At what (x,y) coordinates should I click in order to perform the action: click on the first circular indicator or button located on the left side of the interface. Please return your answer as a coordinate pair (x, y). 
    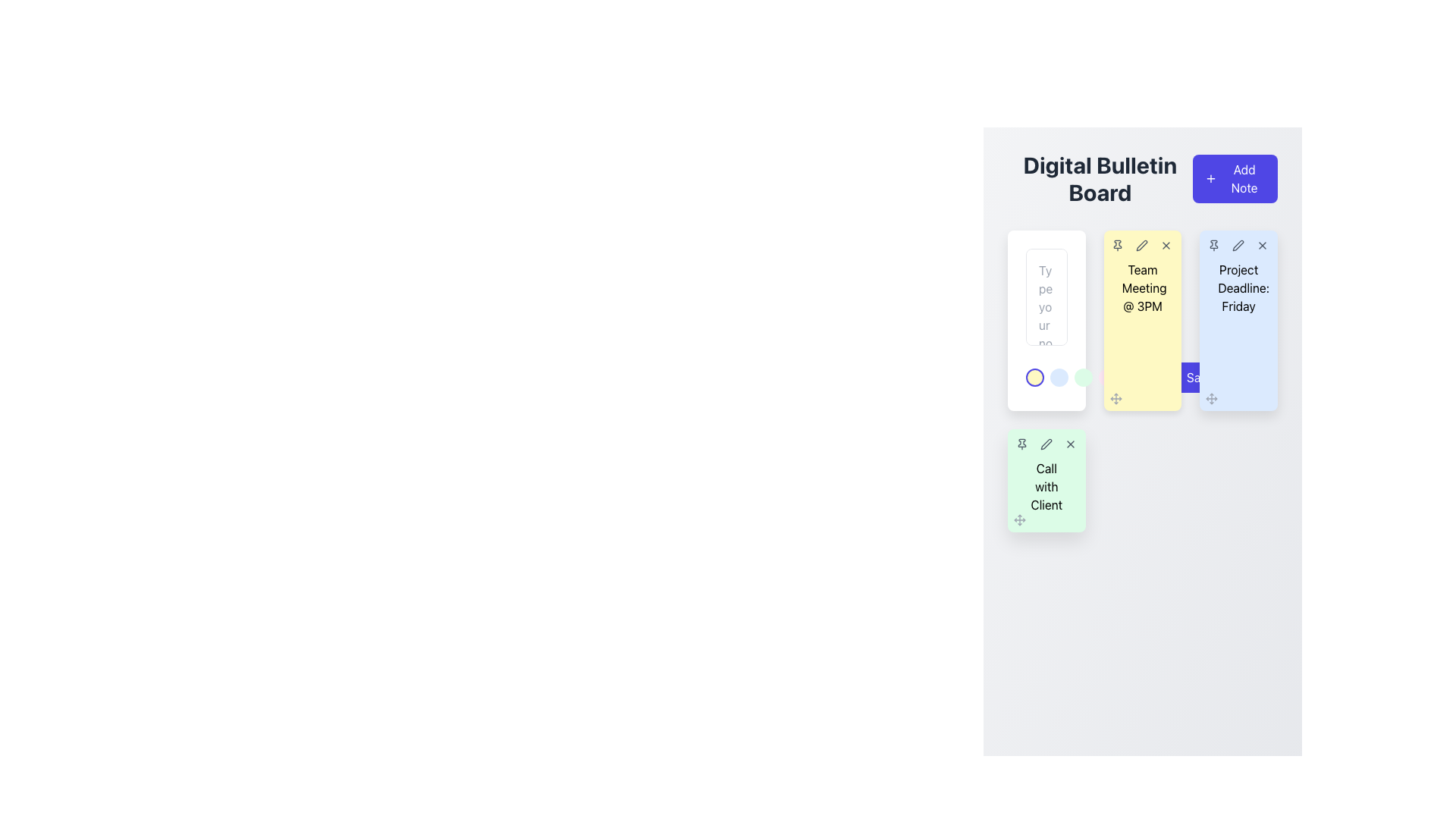
    Looking at the image, I should click on (1034, 376).